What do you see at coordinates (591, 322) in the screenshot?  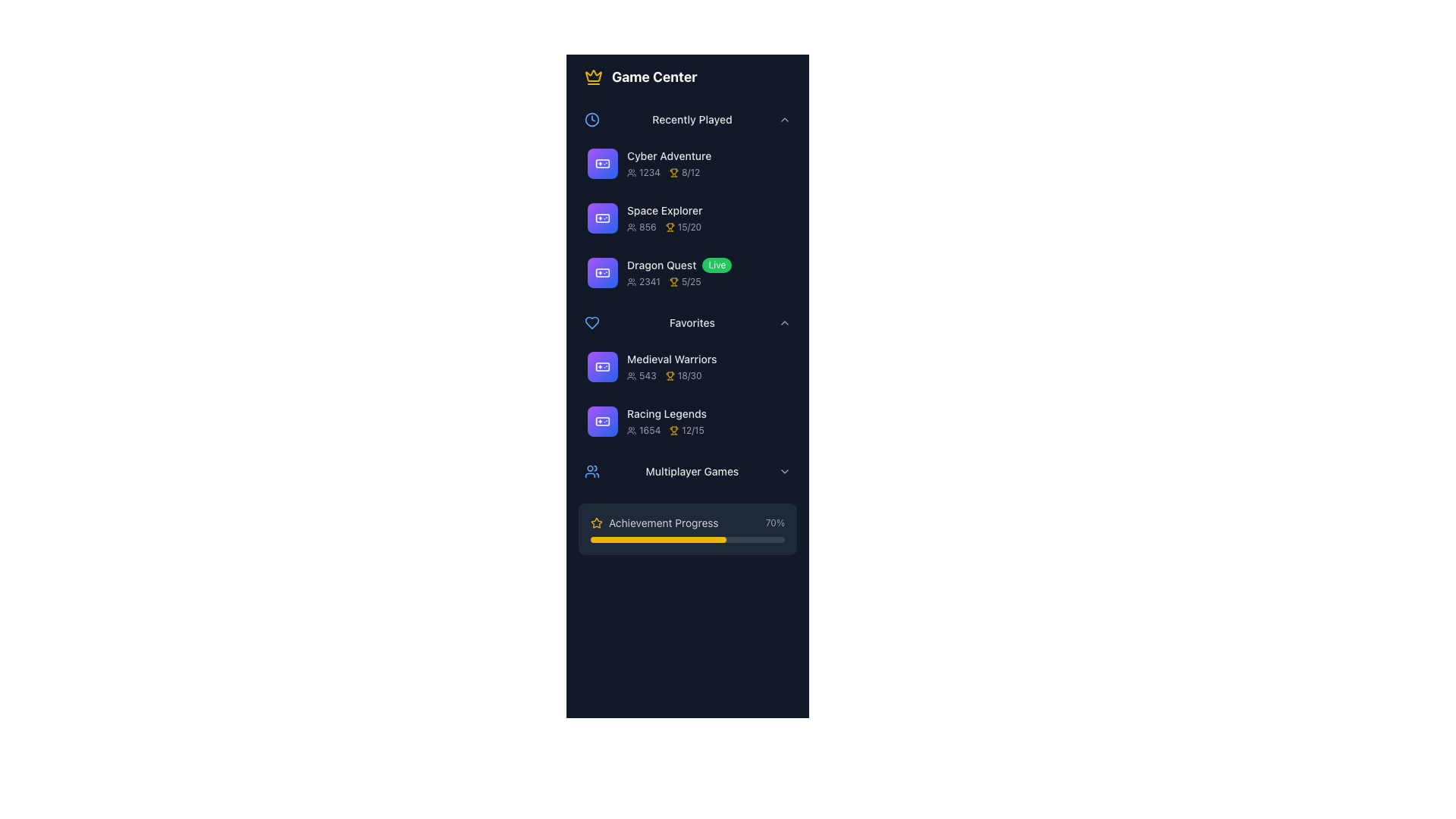 I see `the heart icon with a blue outline located next to the 'Favorites' text label in the Favorites menu` at bounding box center [591, 322].